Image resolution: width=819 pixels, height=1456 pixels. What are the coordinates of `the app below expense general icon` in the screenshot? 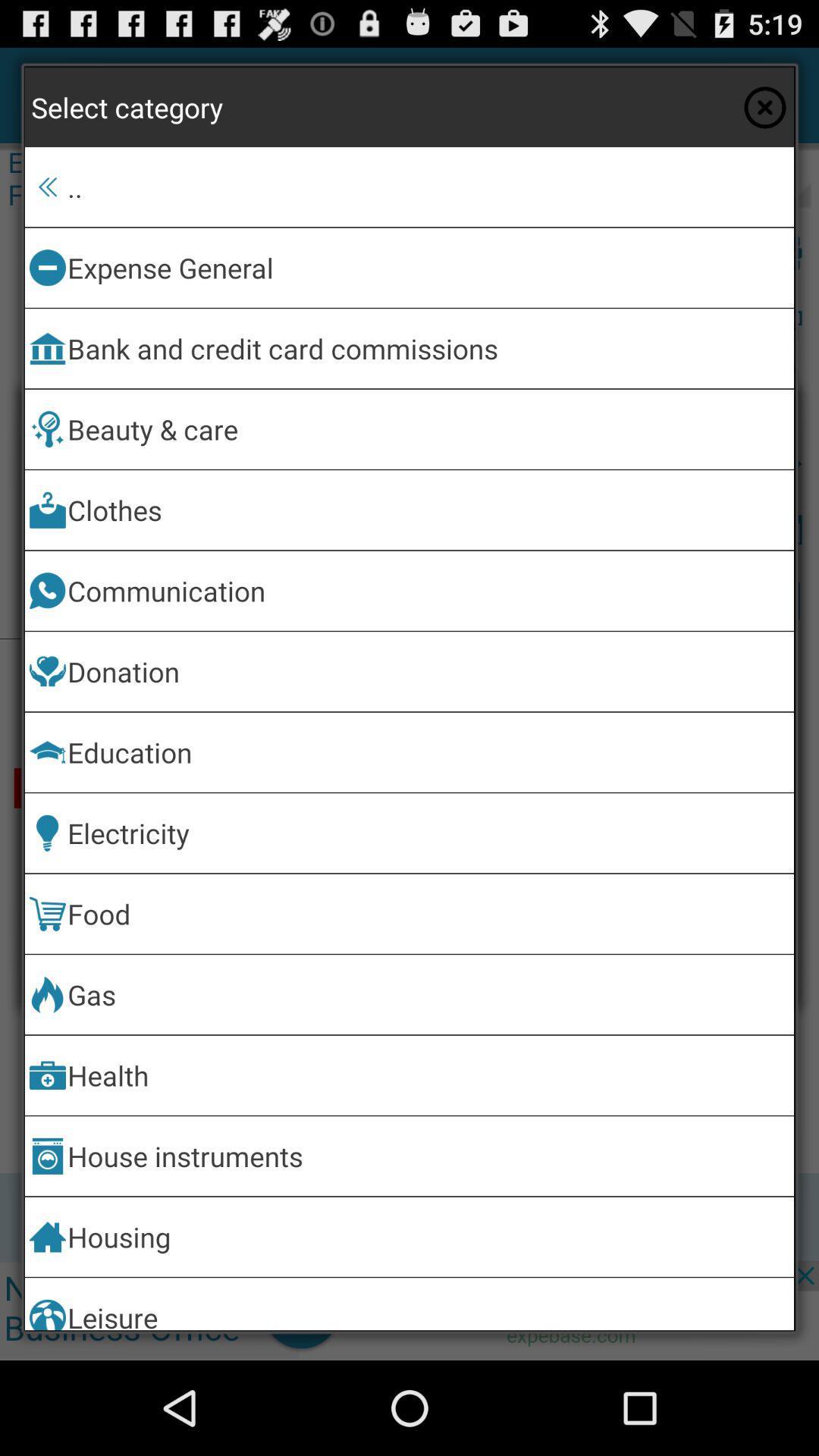 It's located at (428, 347).